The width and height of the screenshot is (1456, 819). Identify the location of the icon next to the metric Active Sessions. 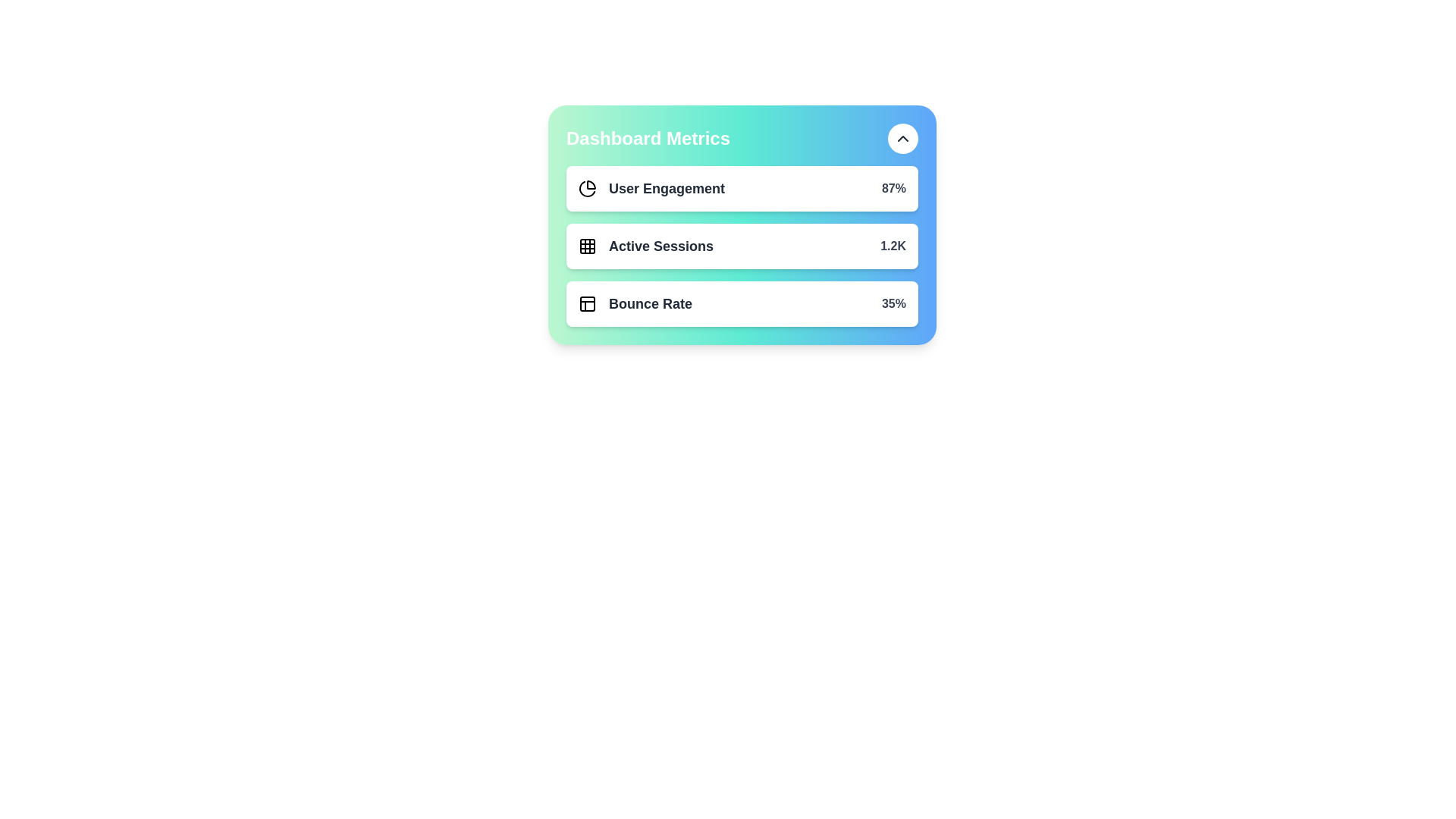
(586, 245).